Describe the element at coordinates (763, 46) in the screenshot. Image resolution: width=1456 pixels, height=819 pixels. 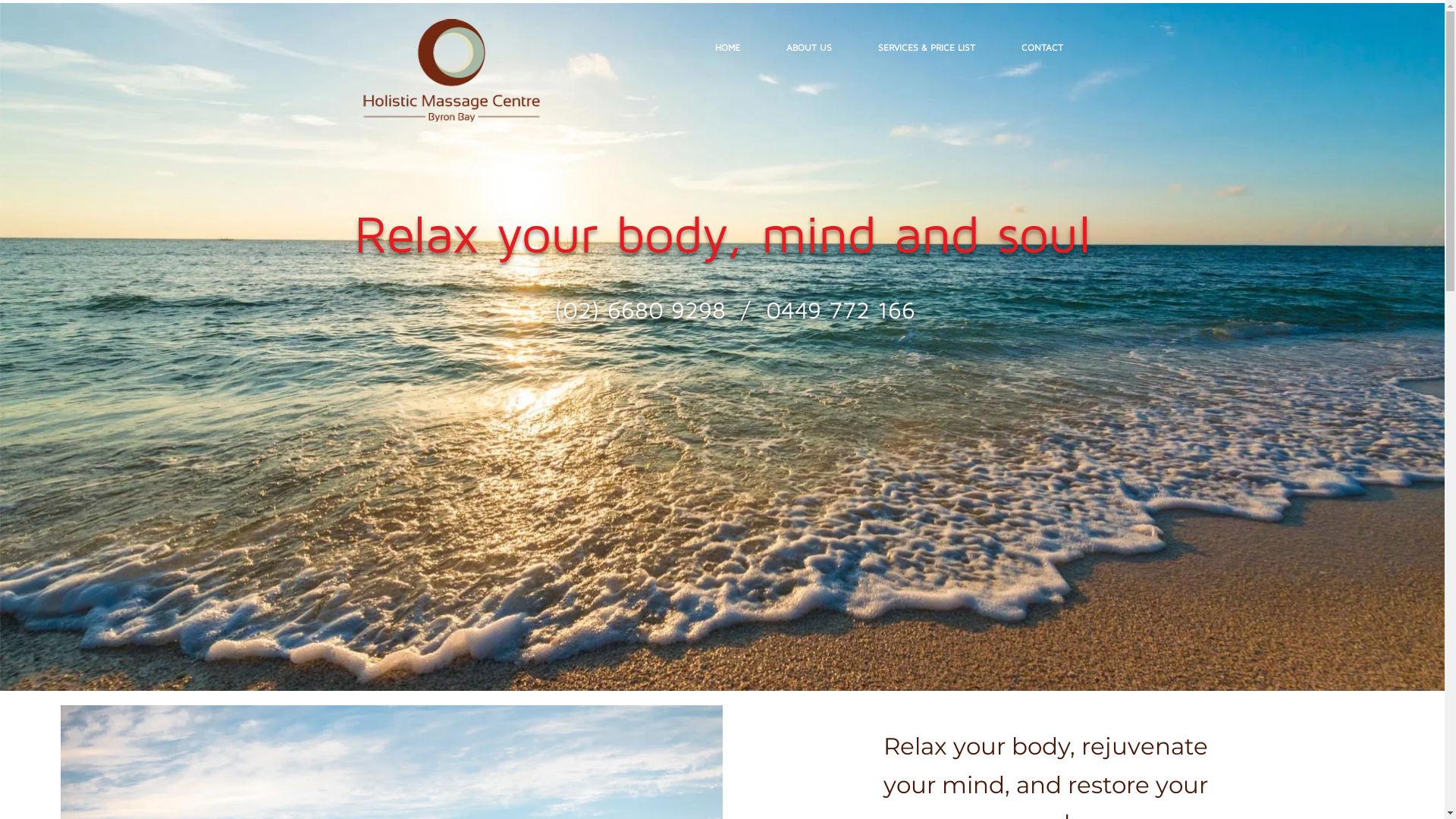
I see `'ABOUT US'` at that location.